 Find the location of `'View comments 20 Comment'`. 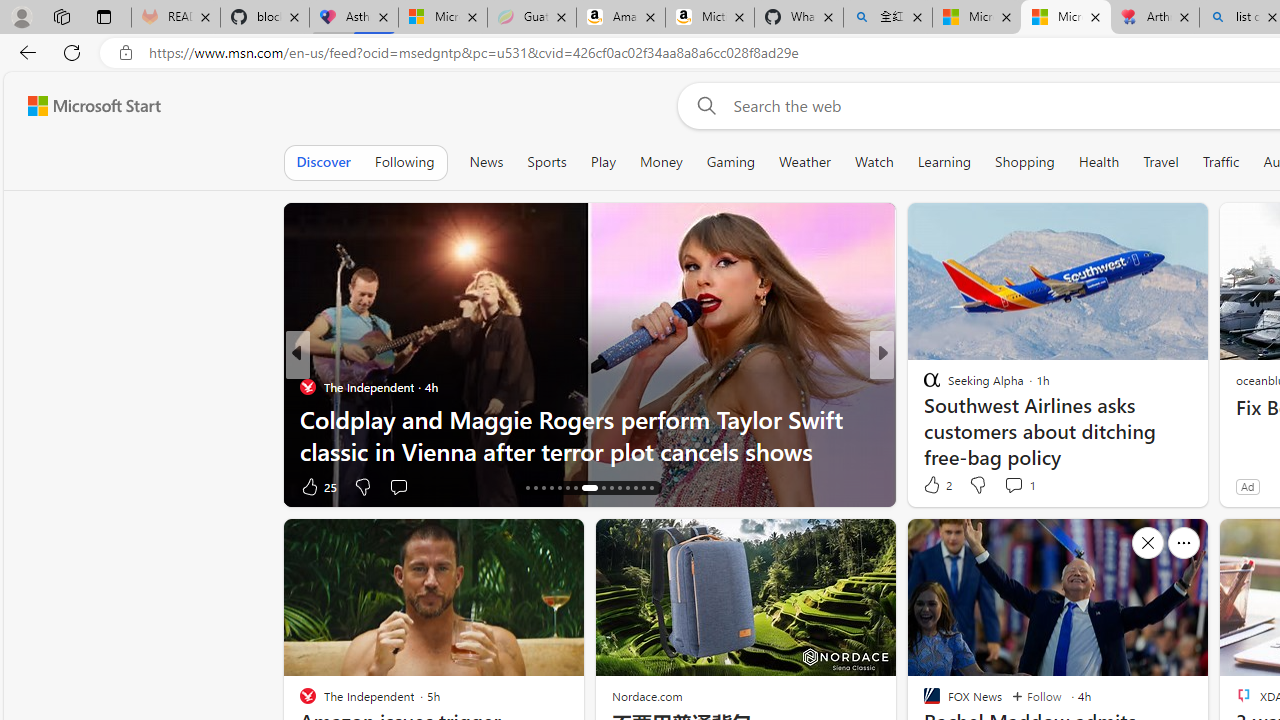

'View comments 20 Comment' is located at coordinates (1020, 486).